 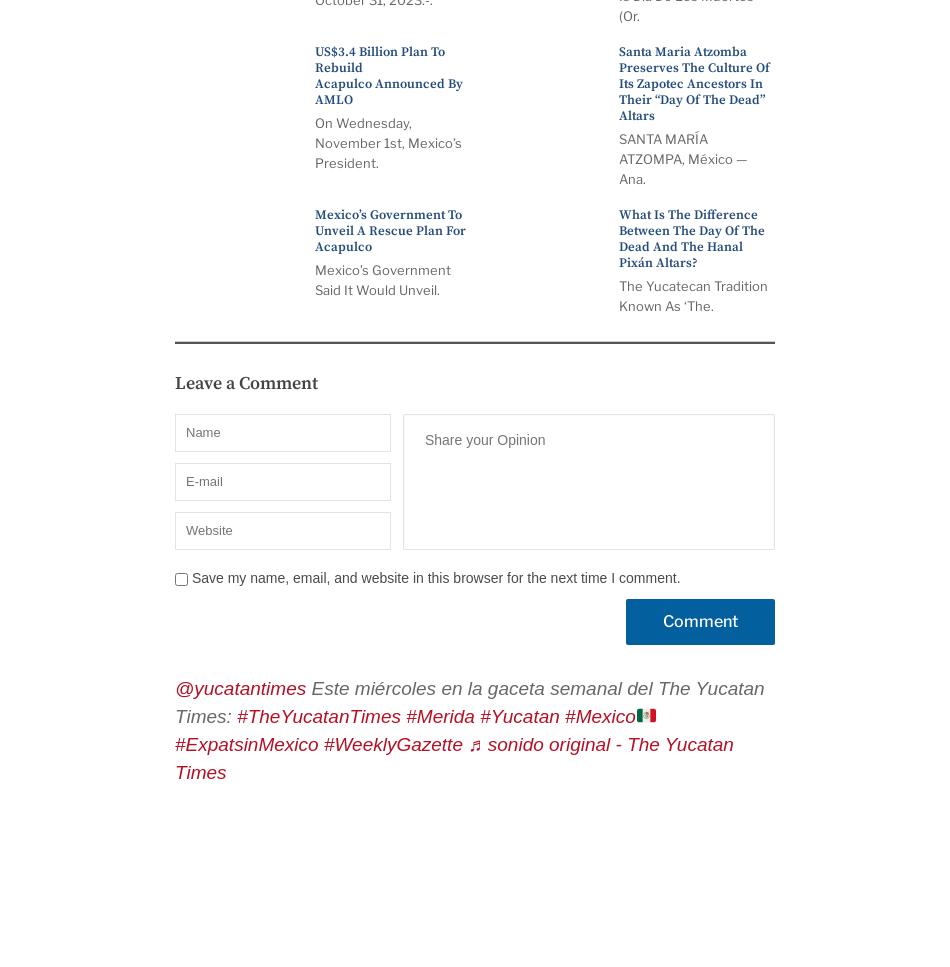 I want to click on '#ExpatsinMexico', so click(x=245, y=744).